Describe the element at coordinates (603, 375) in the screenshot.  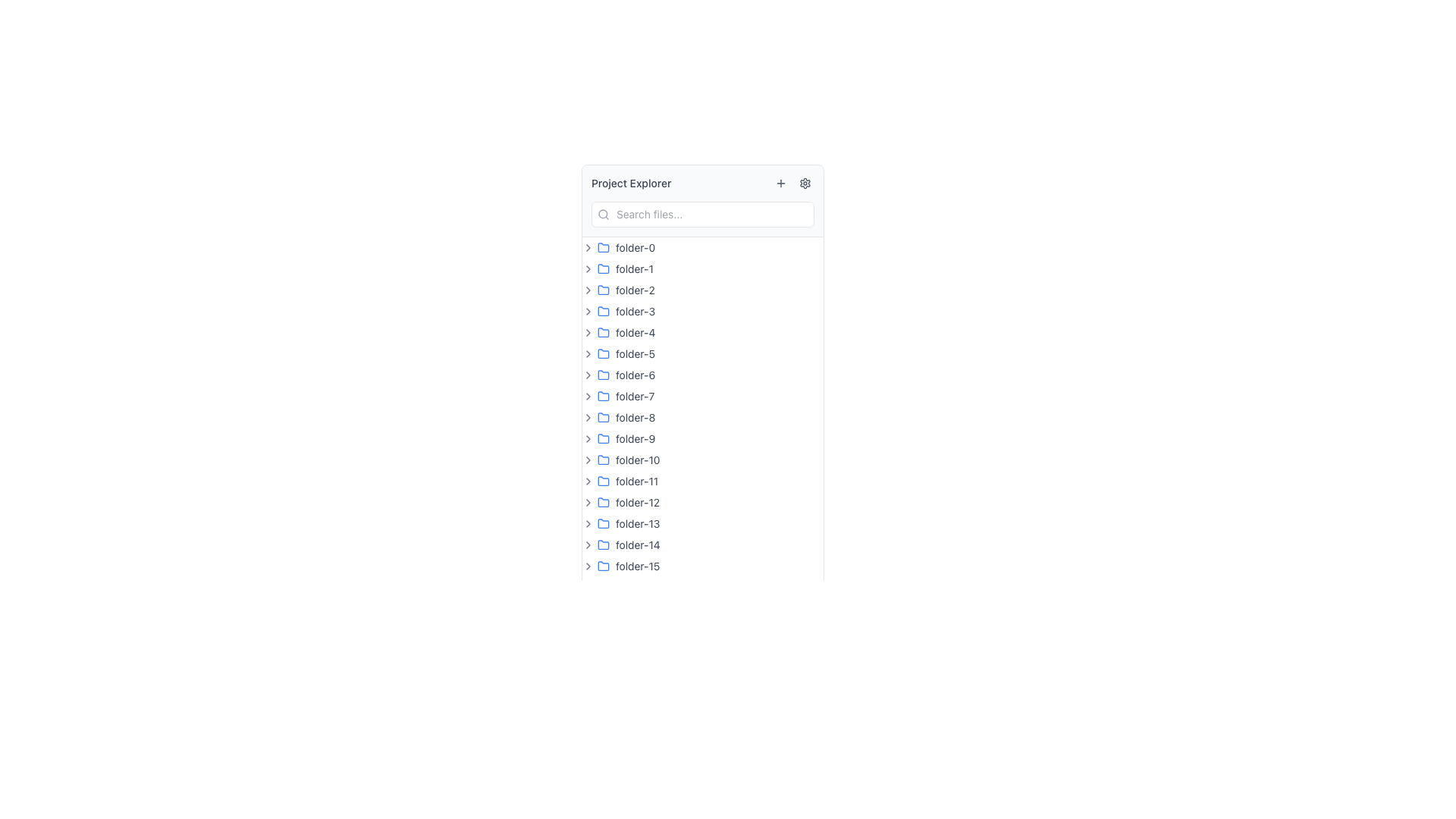
I see `the folder icon associated with the label 'folder-6' in the Project Explorer interface to visually indicate its selection` at that location.